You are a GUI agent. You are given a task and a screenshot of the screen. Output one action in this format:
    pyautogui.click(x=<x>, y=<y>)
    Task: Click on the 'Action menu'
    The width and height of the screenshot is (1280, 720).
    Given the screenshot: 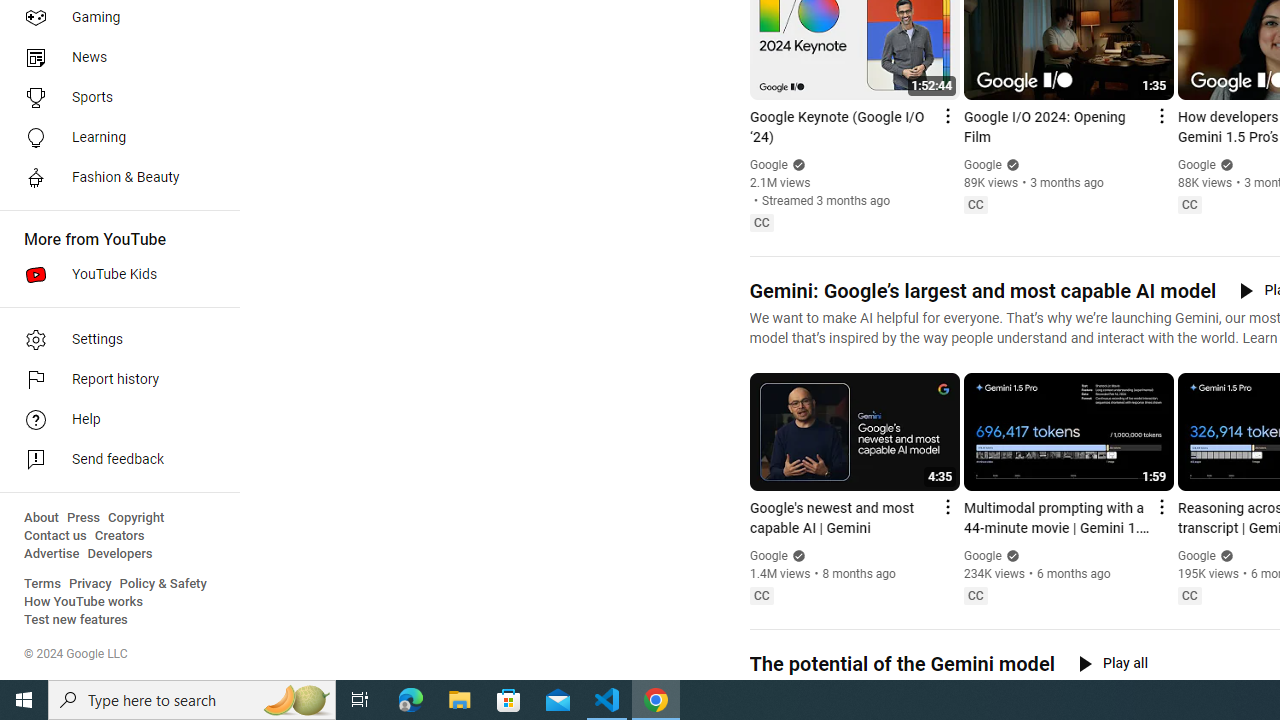 What is the action you would take?
    pyautogui.click(x=1160, y=505)
    